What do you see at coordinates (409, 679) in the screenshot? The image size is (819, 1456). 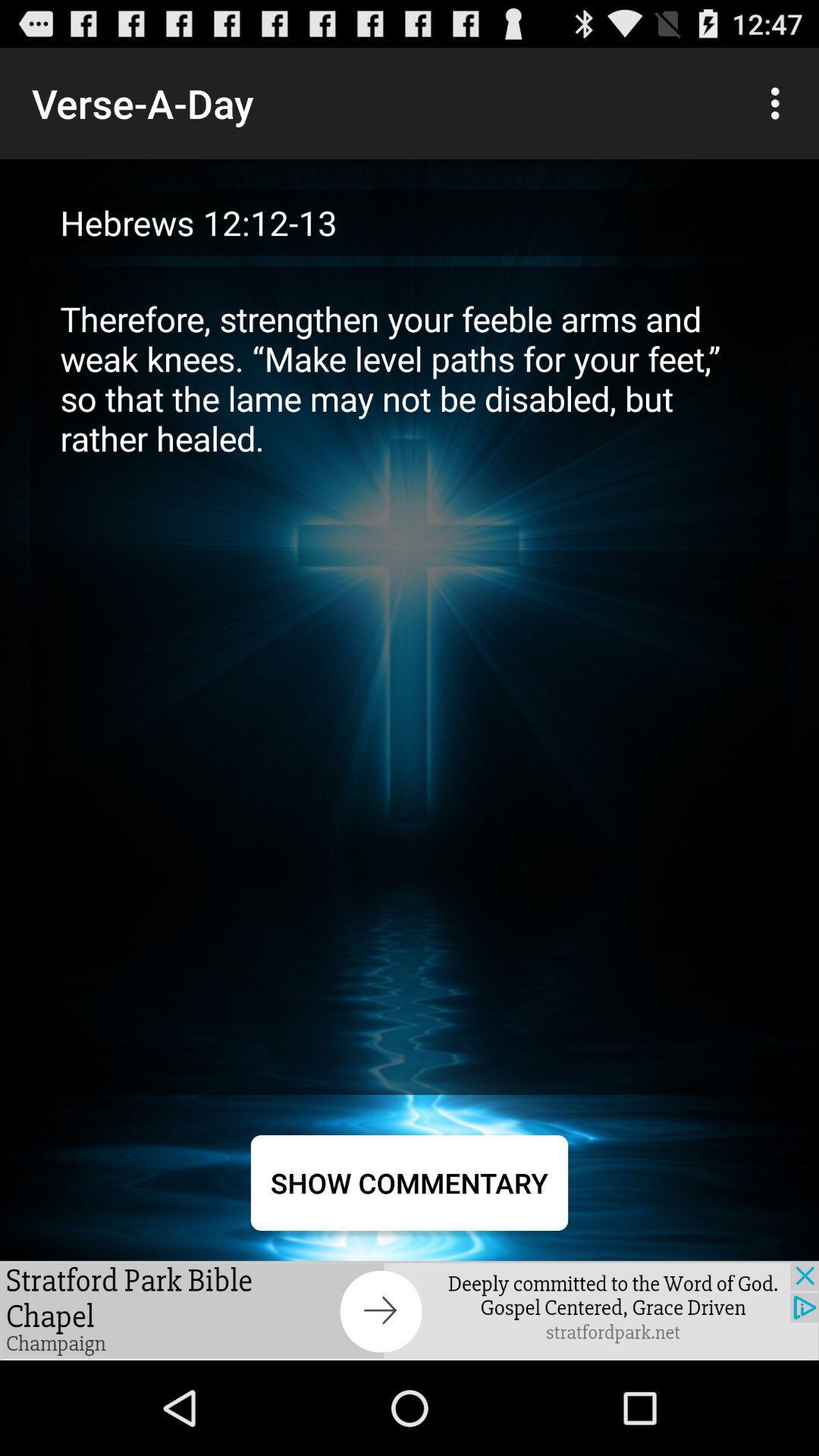 I see `the therefore strengthen your icon` at bounding box center [409, 679].